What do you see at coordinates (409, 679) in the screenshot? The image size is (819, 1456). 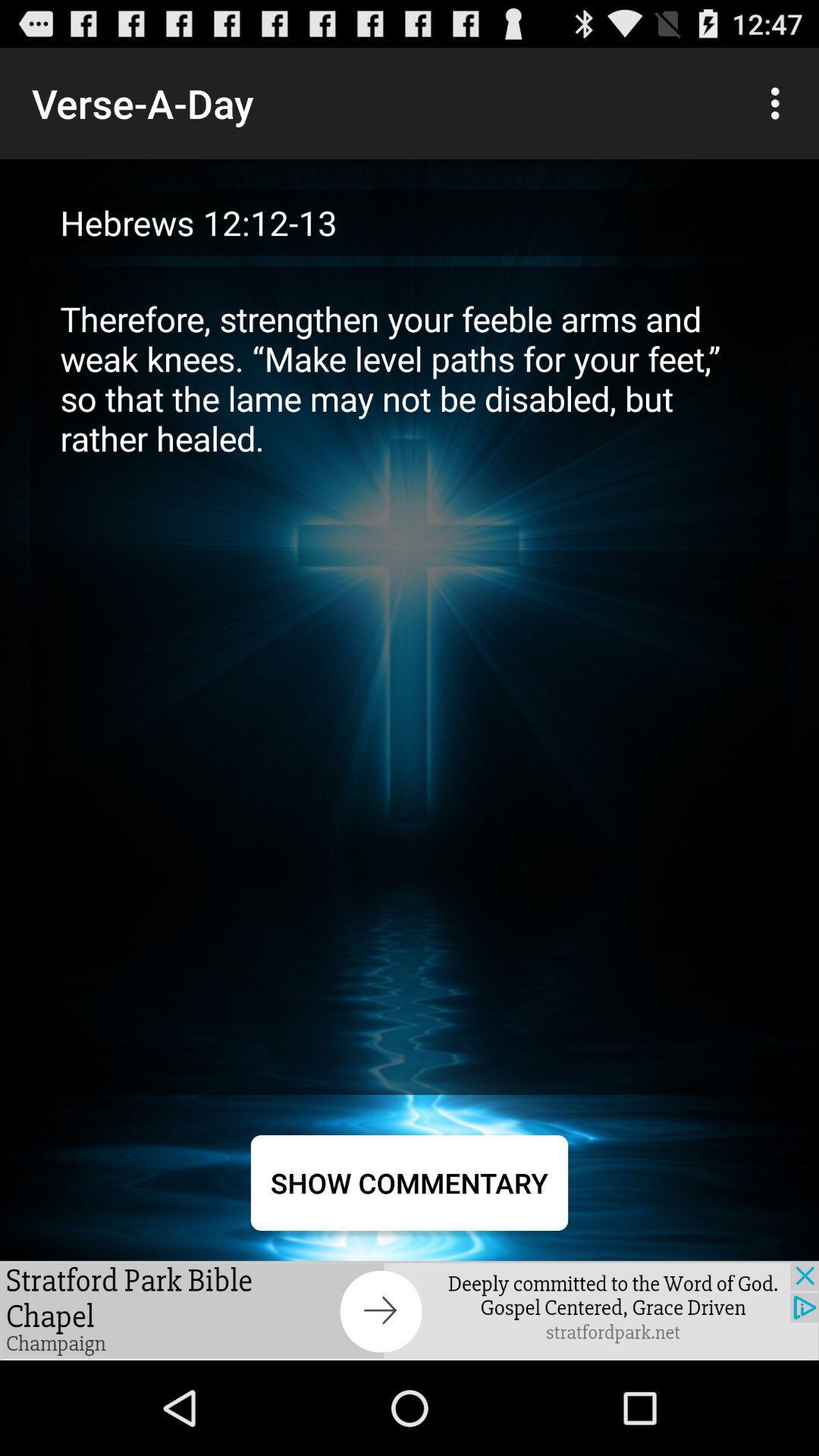 I see `the therefore strengthen your icon` at bounding box center [409, 679].